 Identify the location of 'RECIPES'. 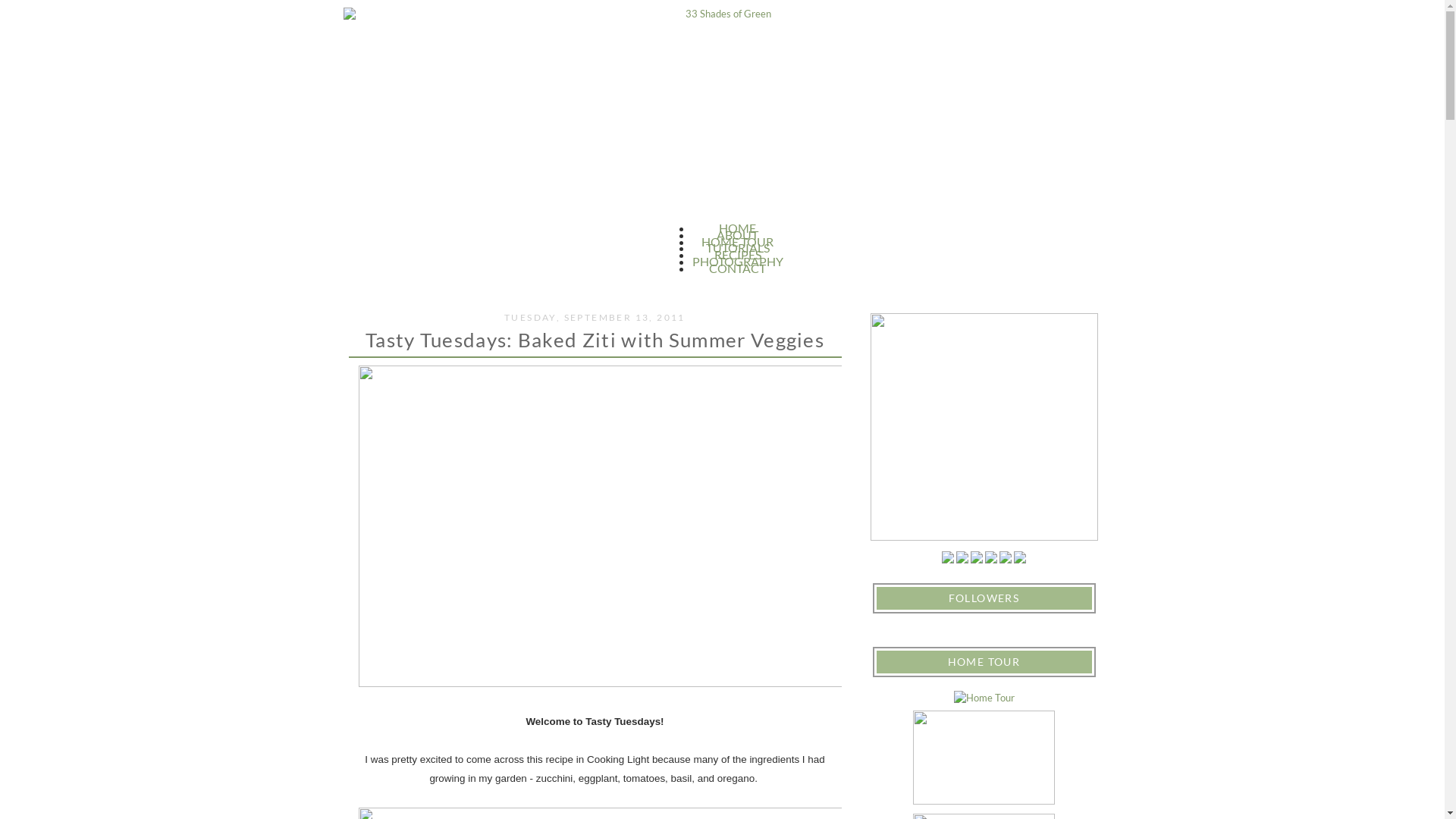
(713, 253).